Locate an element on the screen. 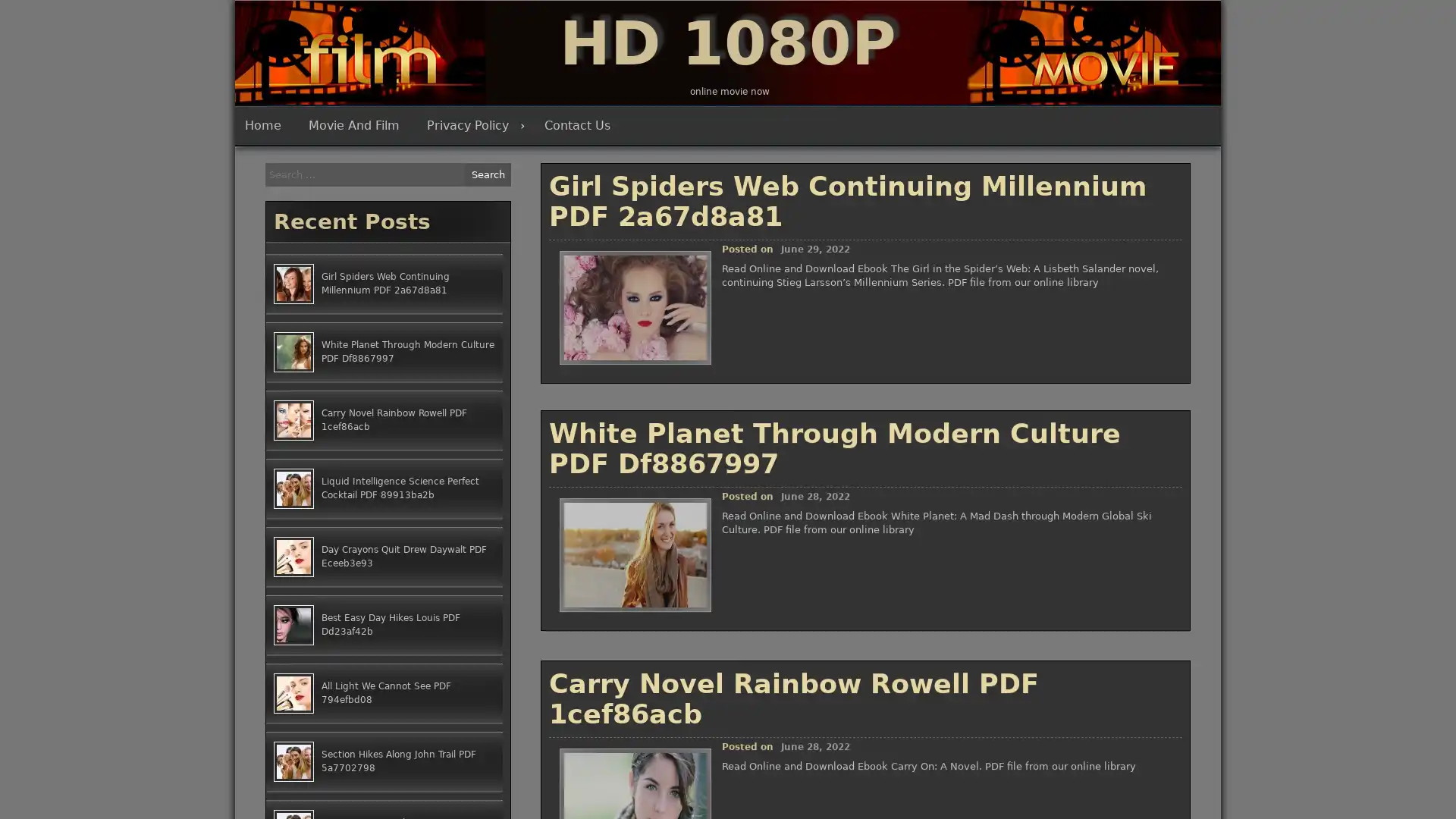 The image size is (1456, 819). Search is located at coordinates (488, 174).